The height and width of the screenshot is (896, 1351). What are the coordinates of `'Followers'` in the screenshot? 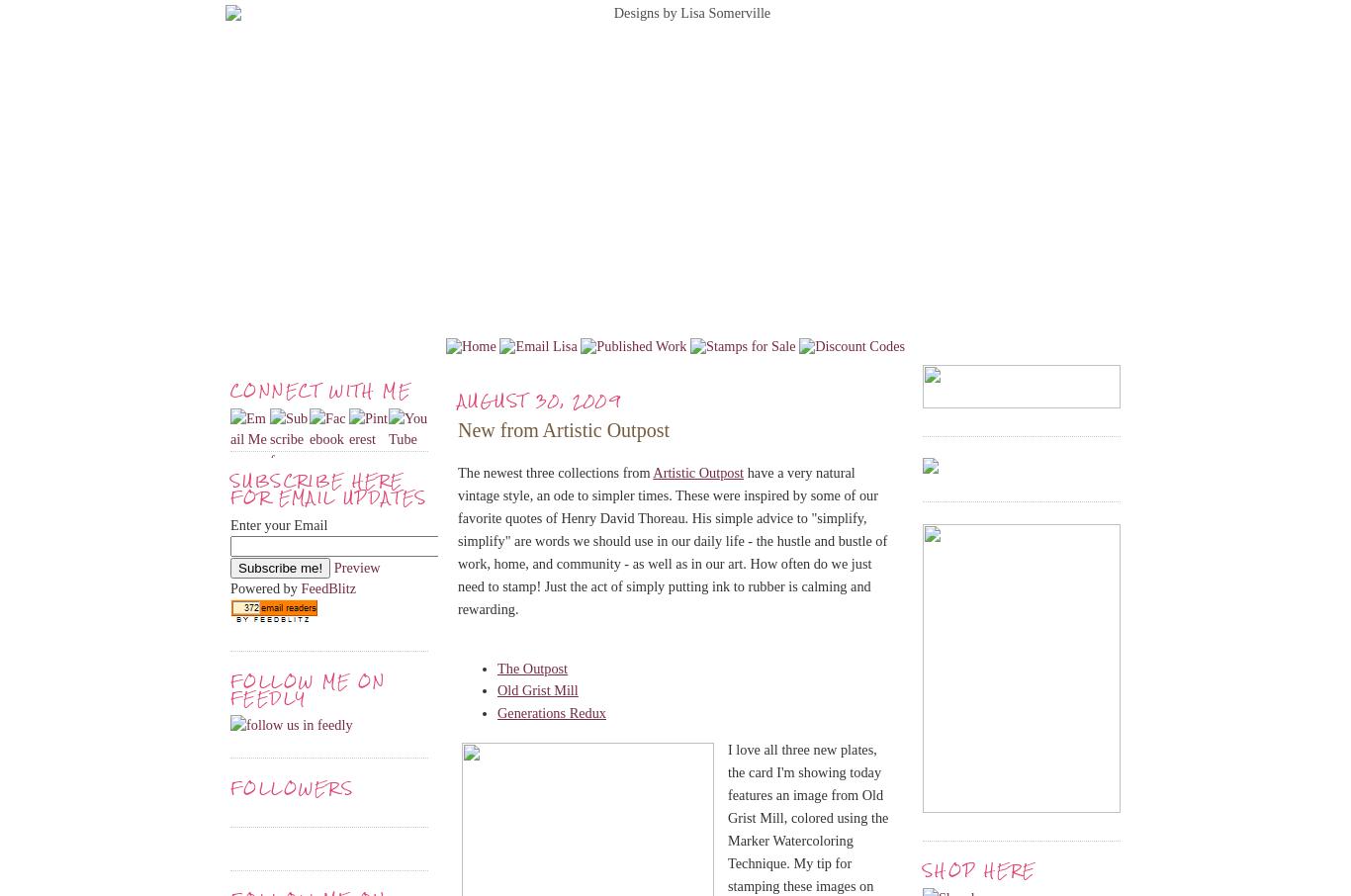 It's located at (230, 787).